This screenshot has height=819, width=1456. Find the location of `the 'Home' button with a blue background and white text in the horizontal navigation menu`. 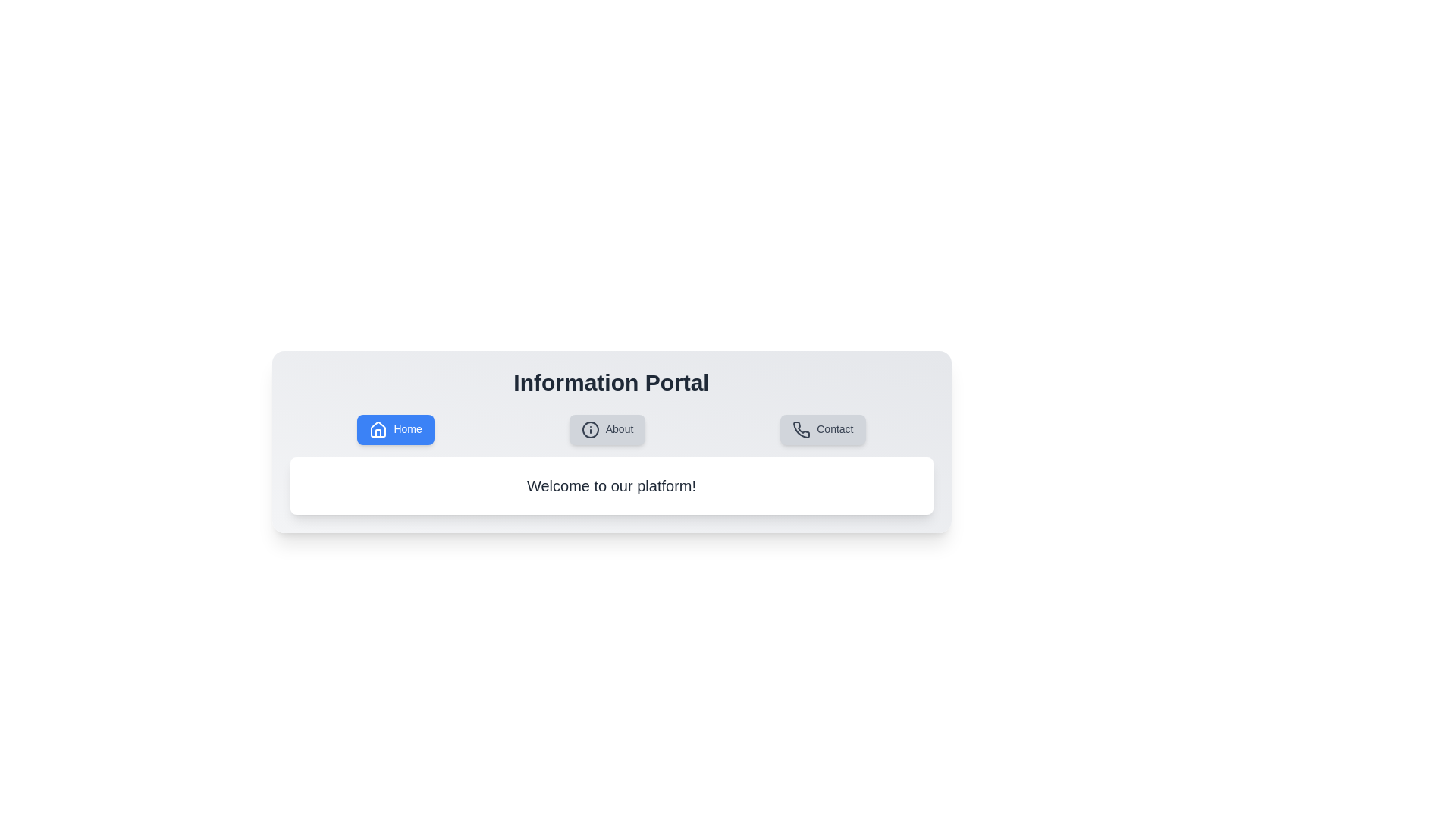

the 'Home' button with a blue background and white text in the horizontal navigation menu is located at coordinates (396, 430).